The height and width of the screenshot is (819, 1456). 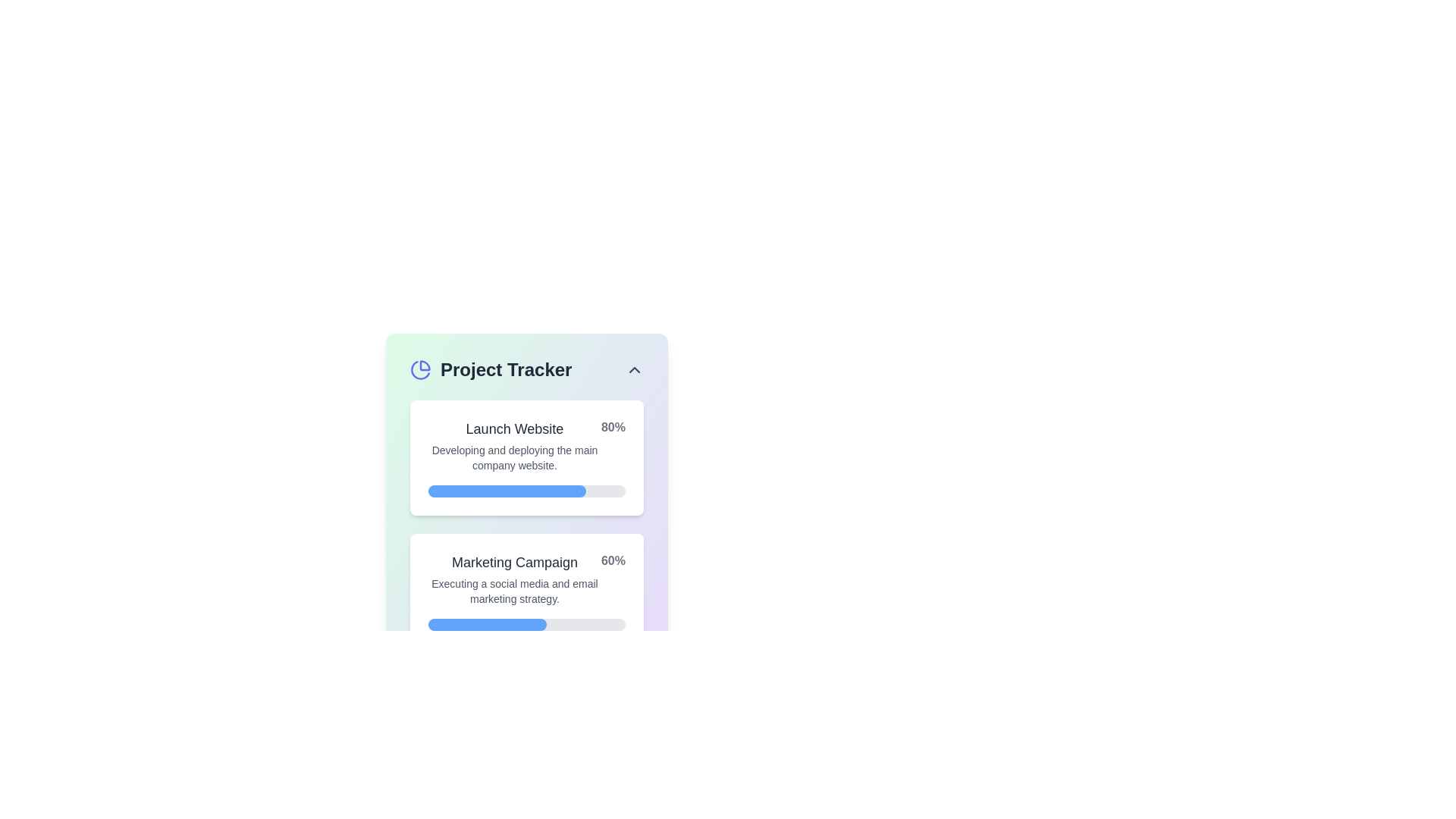 I want to click on the interactive icon located at the top-right corner of the 'Project Tracker' section, so click(x=634, y=370).